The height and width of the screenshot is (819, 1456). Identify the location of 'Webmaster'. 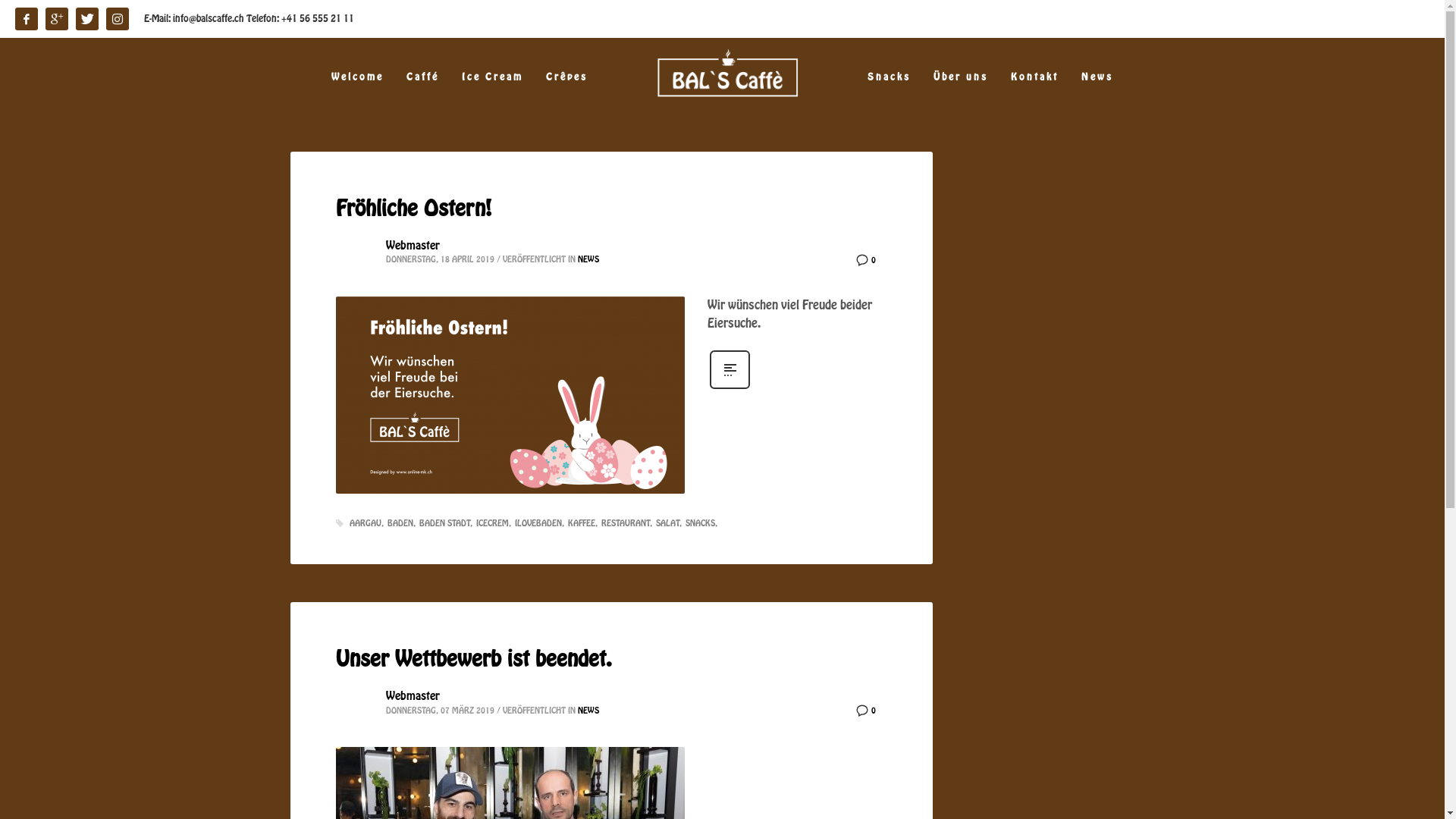
(412, 696).